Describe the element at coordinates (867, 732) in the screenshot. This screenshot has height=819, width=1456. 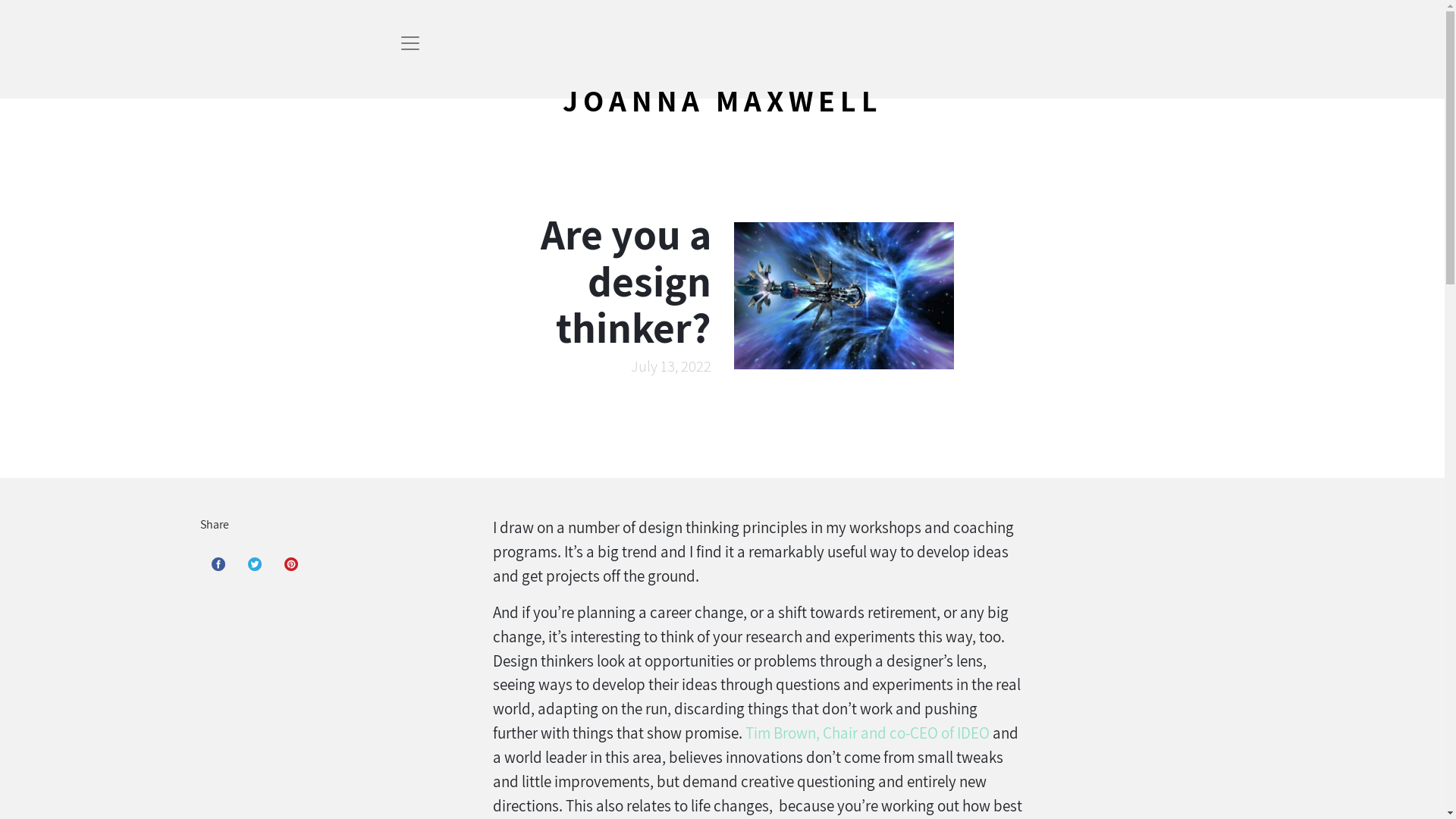
I see `'Tim Brown, Chair and co-CEO of IDEO'` at that location.